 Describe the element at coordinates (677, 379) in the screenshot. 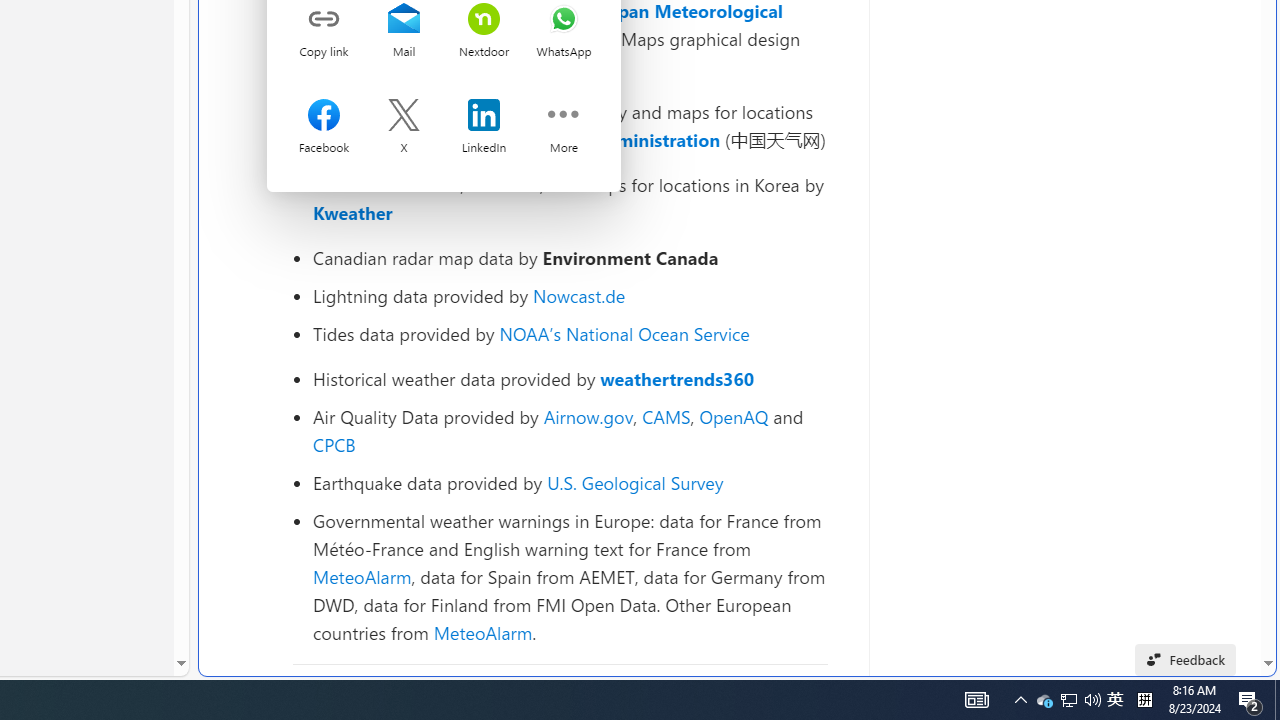

I see `'weathertrends360'` at that location.